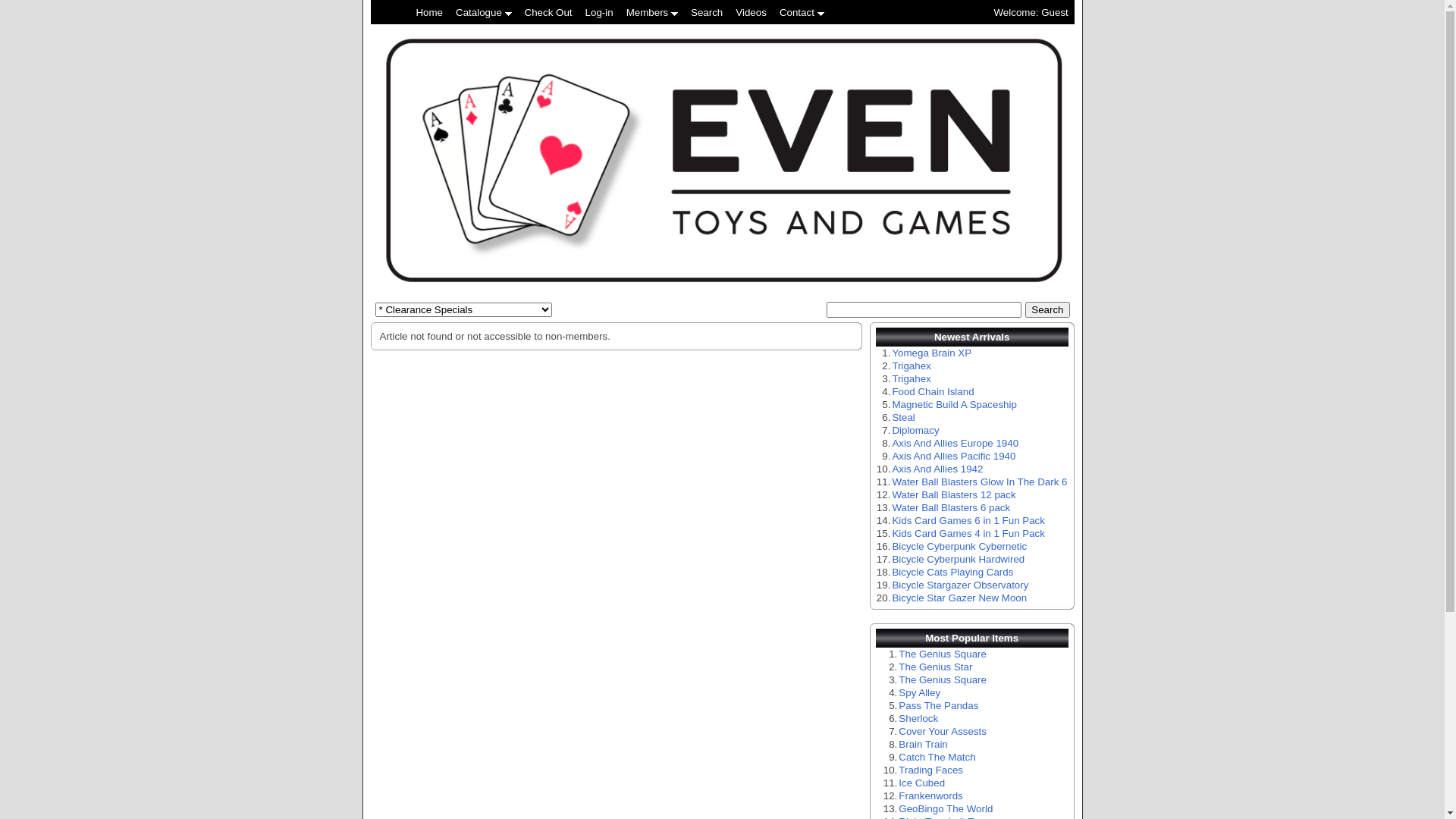 This screenshot has width=1456, height=819. What do you see at coordinates (917, 717) in the screenshot?
I see `'Sherlock'` at bounding box center [917, 717].